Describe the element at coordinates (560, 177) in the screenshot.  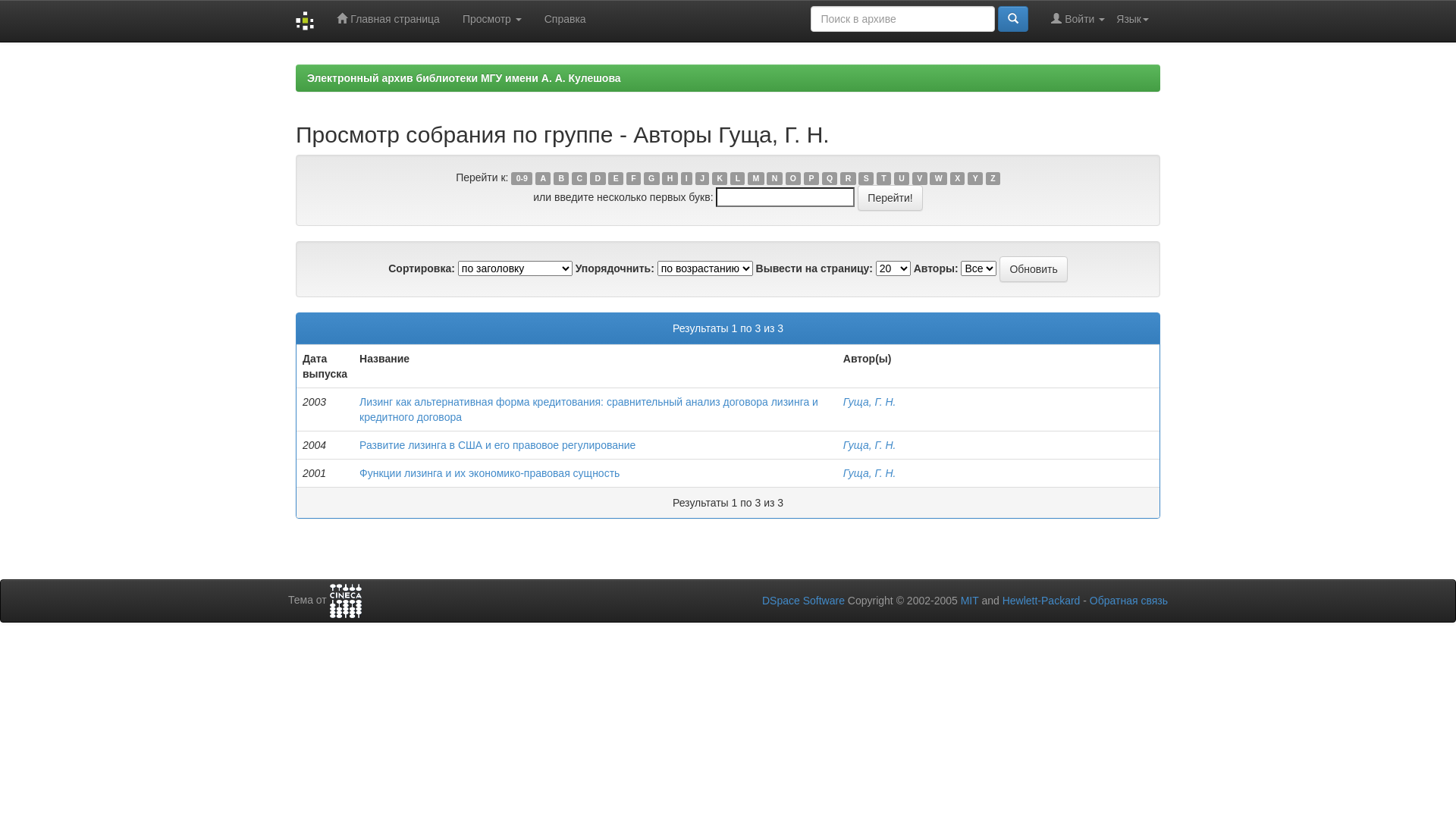
I see `'B'` at that location.